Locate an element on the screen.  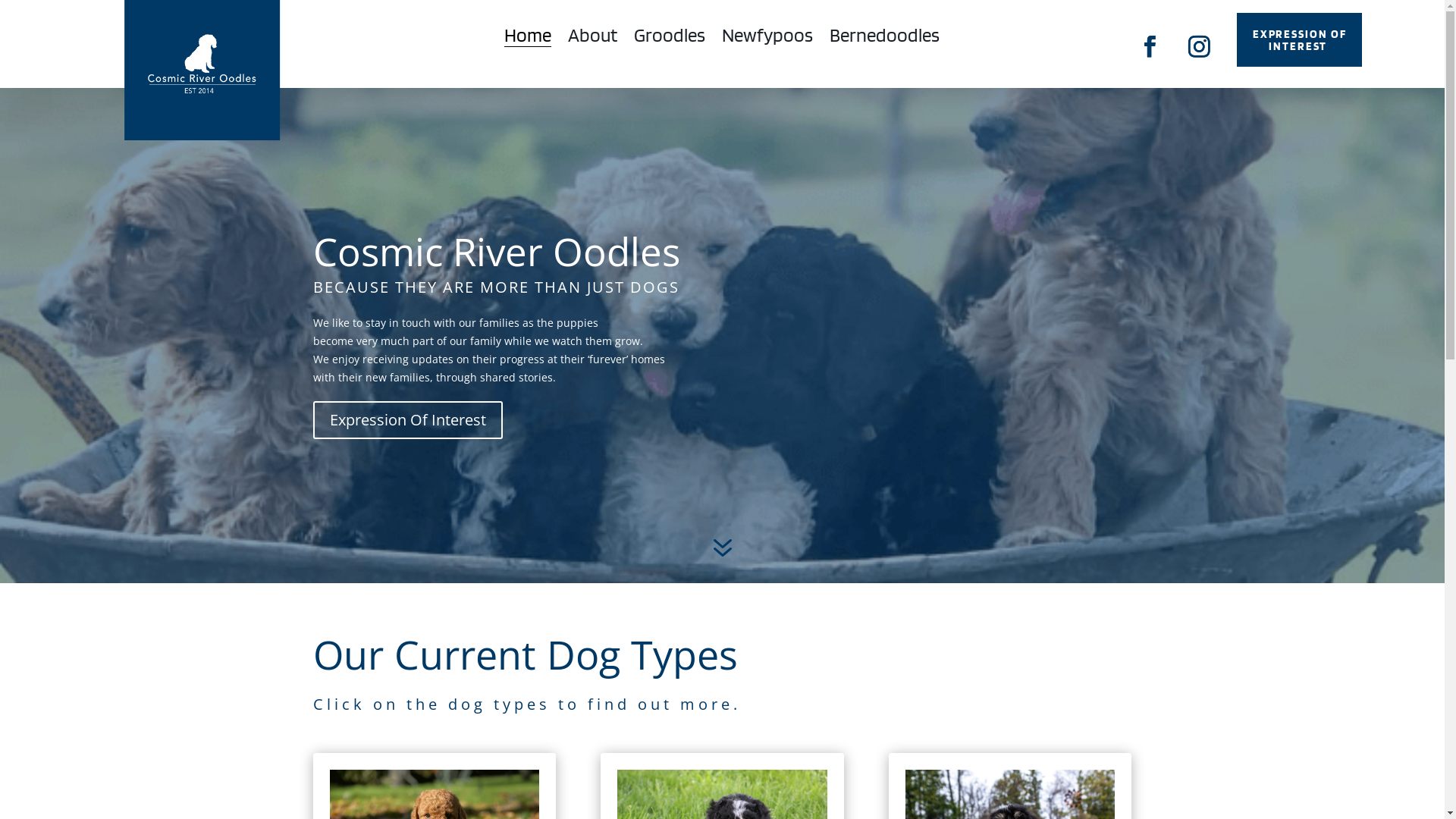
'Follow on Facebook' is located at coordinates (1150, 45).